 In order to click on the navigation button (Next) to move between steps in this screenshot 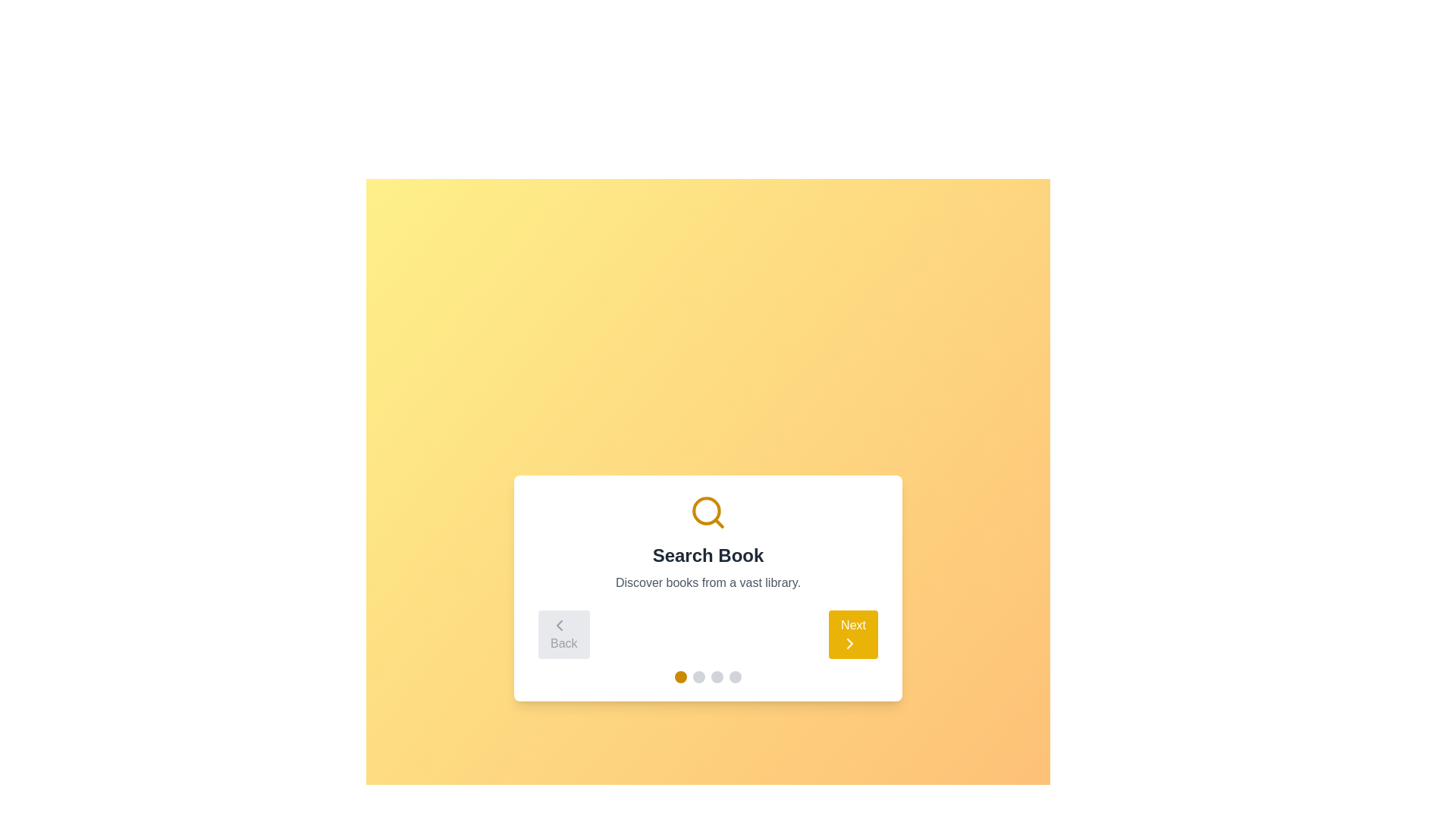, I will do `click(853, 635)`.